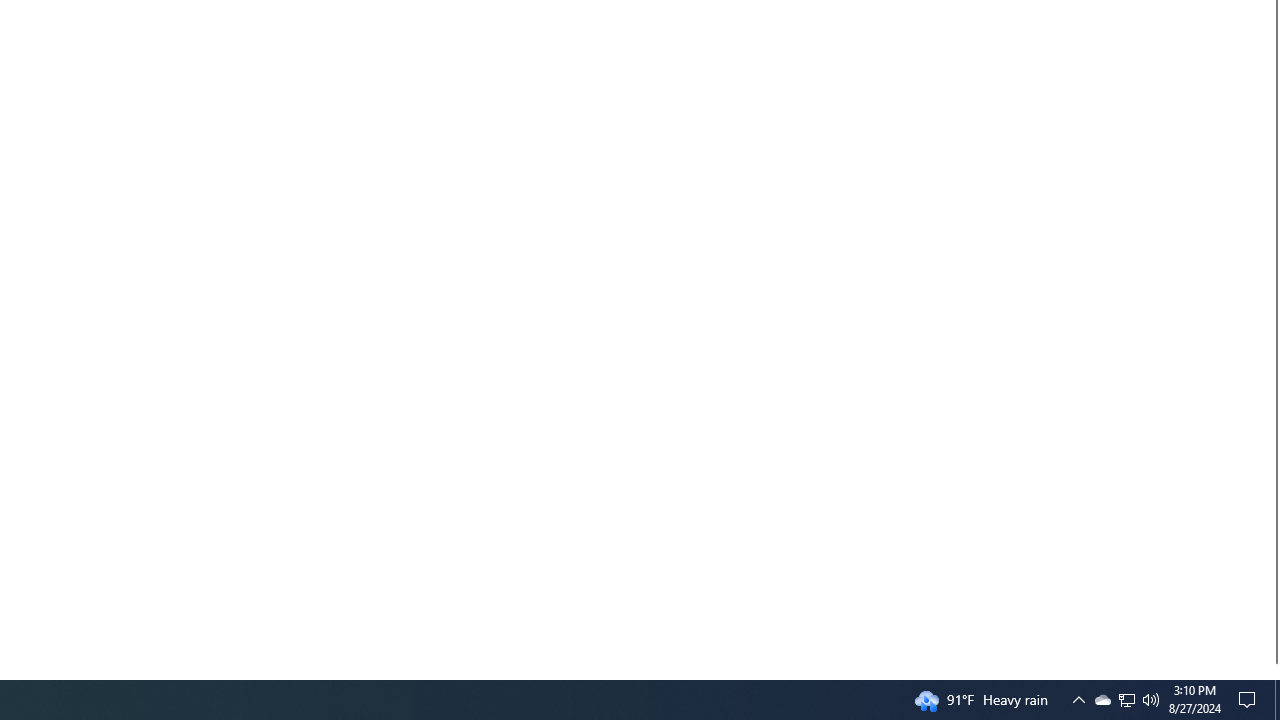 Image resolution: width=1280 pixels, height=720 pixels. I want to click on 'Show desktop', so click(1276, 698).